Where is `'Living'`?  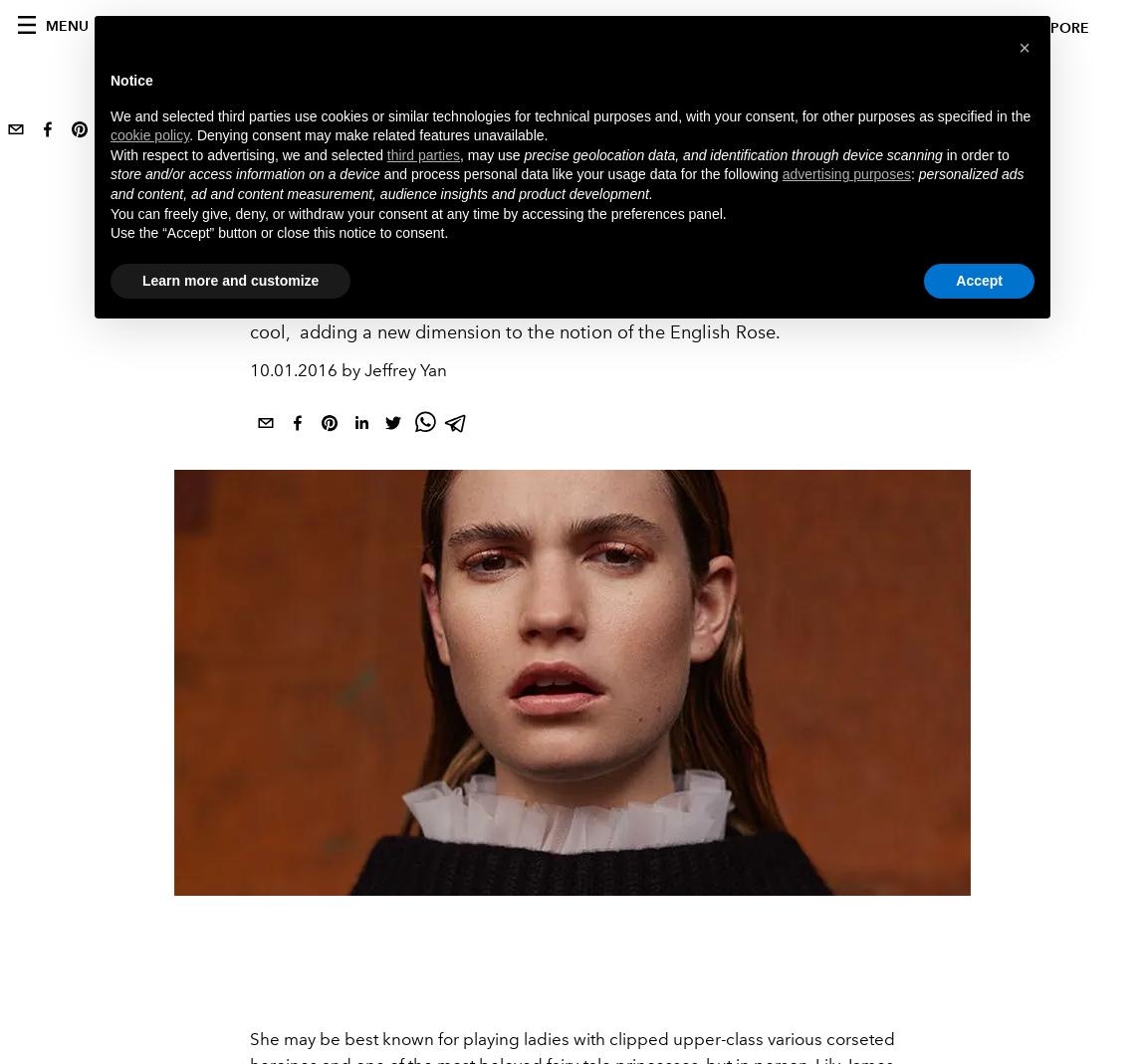 'Living' is located at coordinates (278, 208).